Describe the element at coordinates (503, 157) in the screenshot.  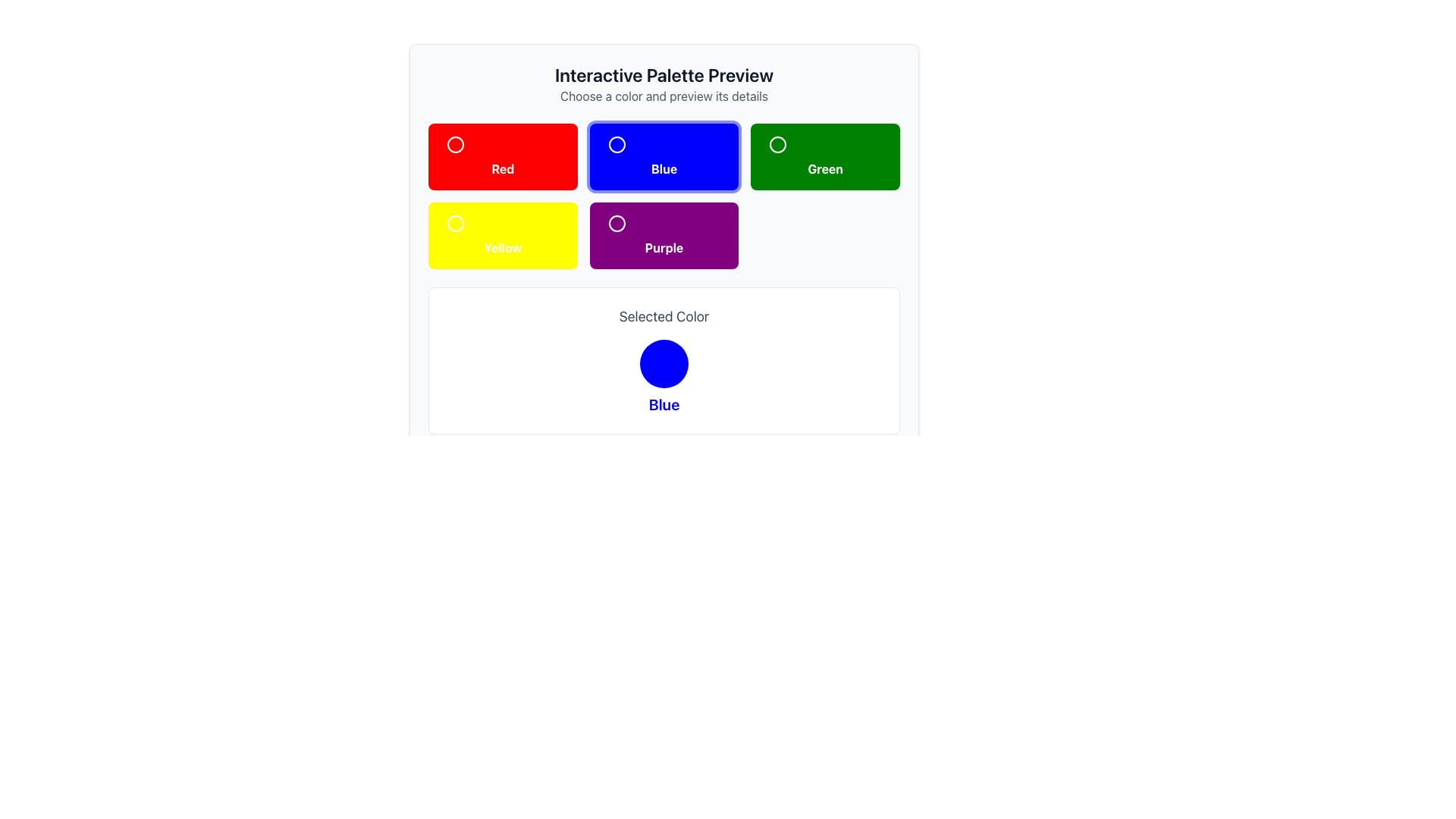
I see `the first button in the grid of color buttons` at that location.